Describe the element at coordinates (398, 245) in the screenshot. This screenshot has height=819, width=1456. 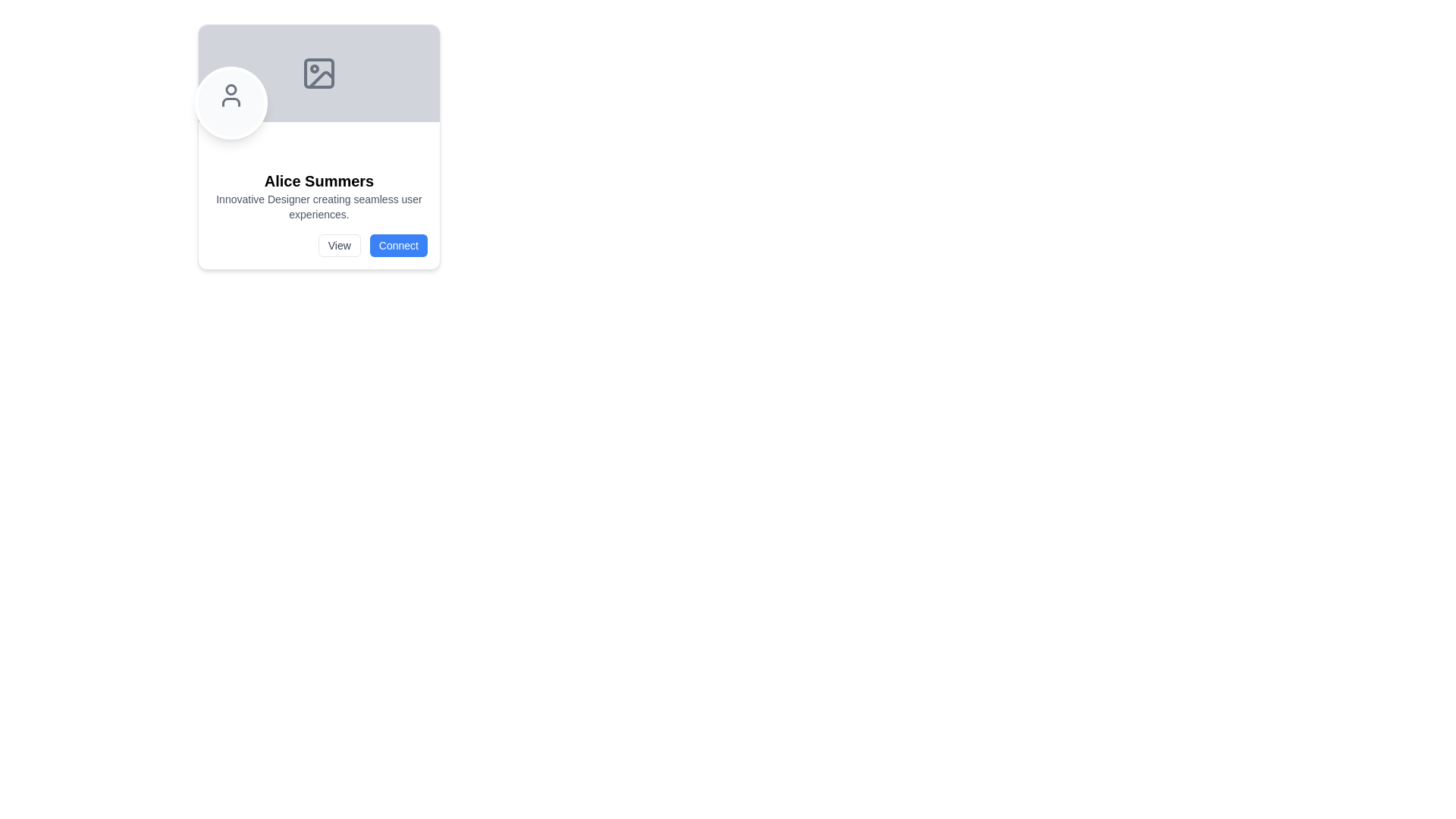
I see `the 'Connect' button, which is a rectangular button with a blue background and white text, located immediately to the right of the 'View' button at the bottom-right of the profile card interface` at that location.